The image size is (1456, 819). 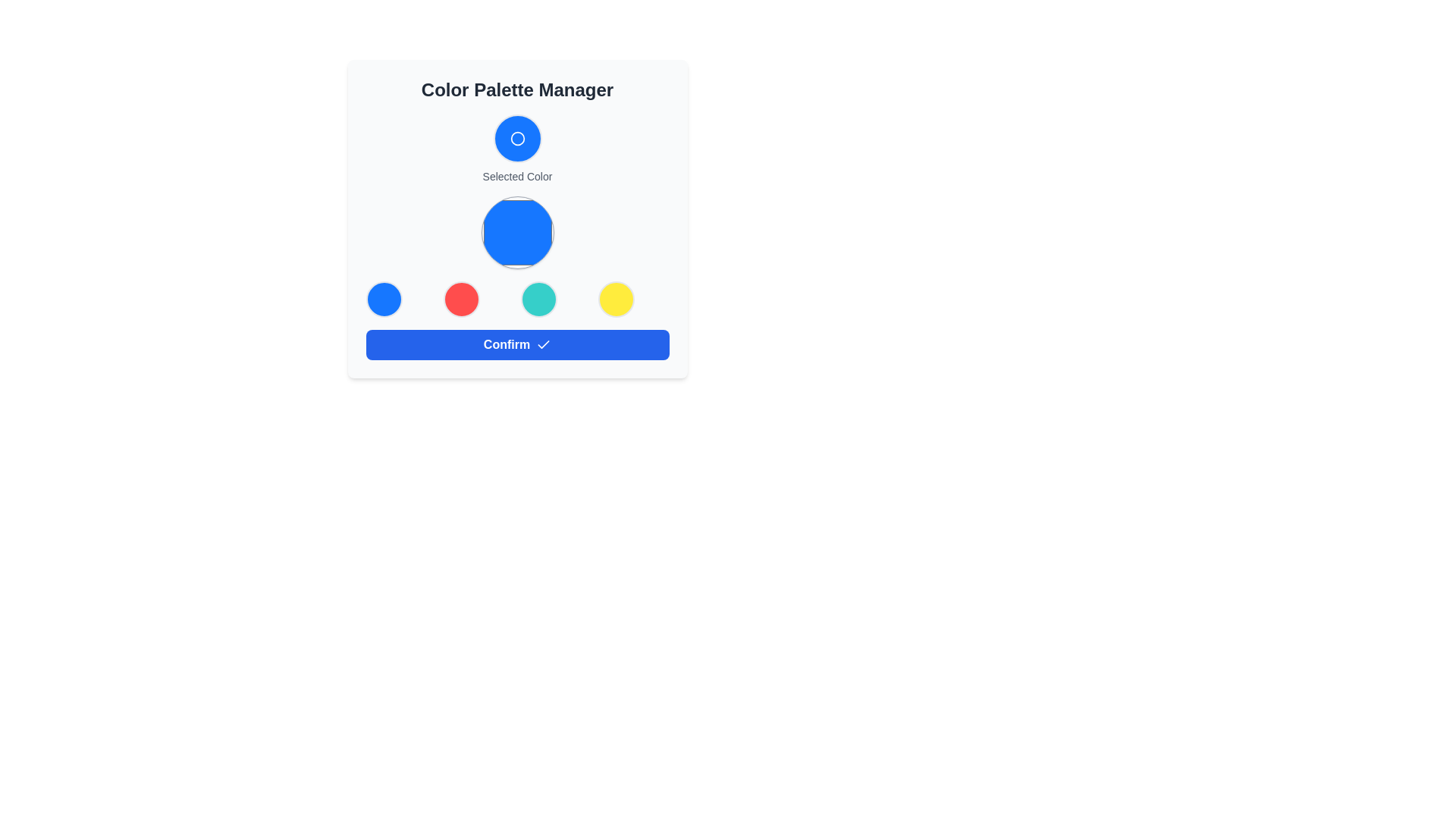 I want to click on the first circular Color selector button with a blue background, so click(x=384, y=299).